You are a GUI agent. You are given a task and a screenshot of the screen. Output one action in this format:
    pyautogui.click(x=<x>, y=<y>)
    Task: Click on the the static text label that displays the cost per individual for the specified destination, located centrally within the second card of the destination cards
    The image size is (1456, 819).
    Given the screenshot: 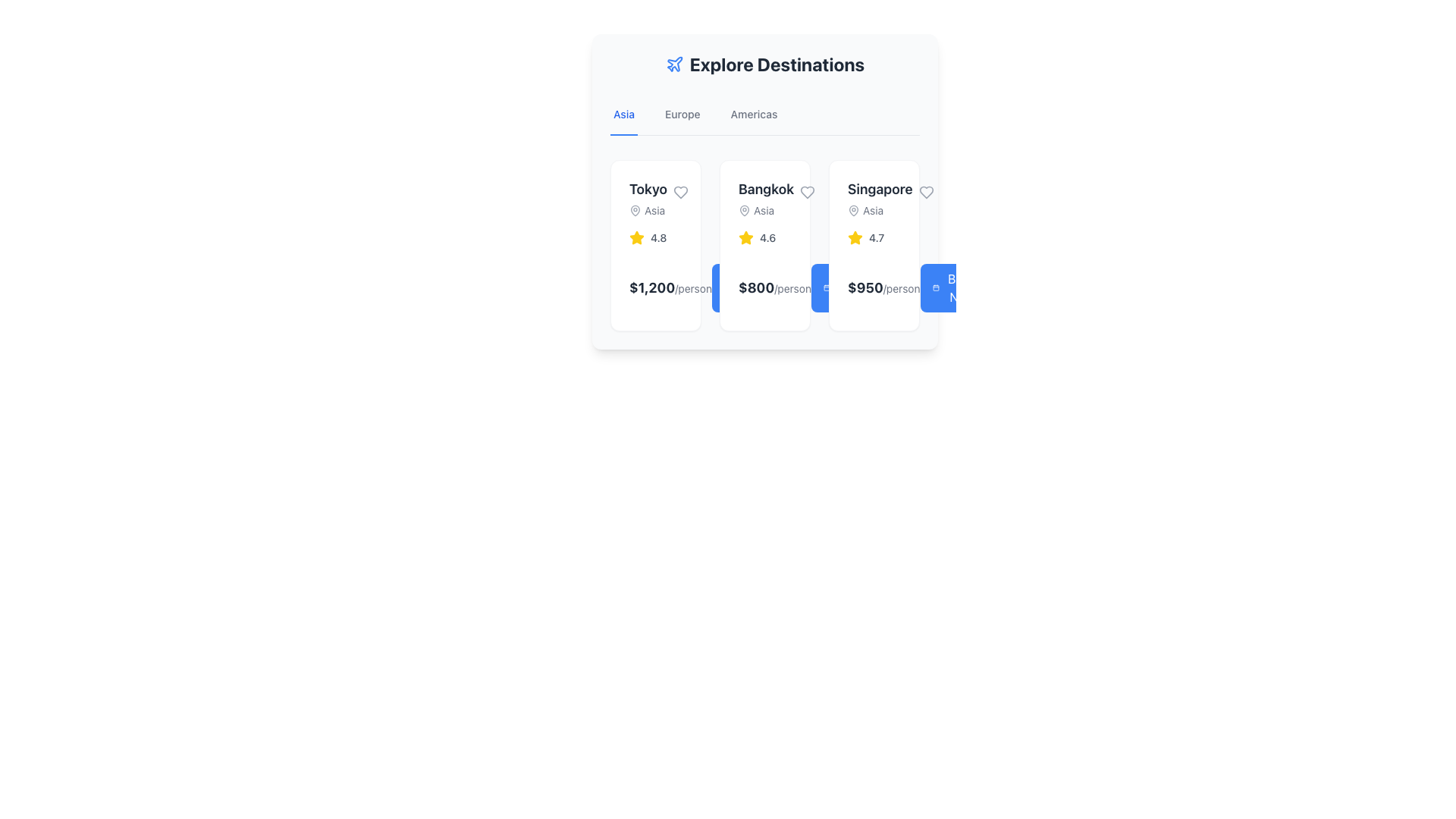 What is the action you would take?
    pyautogui.click(x=775, y=288)
    